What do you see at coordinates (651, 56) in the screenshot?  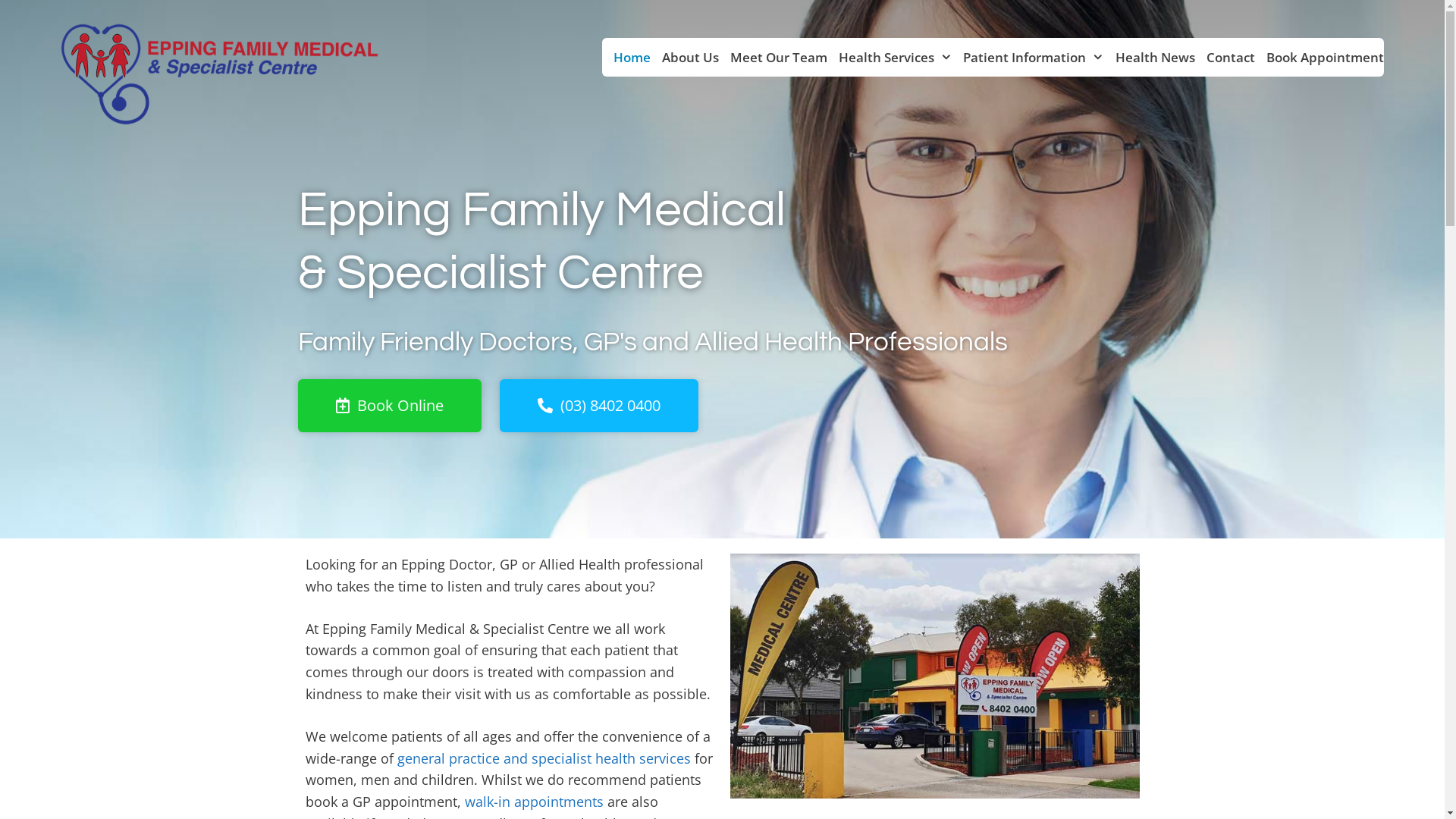 I see `'About Us'` at bounding box center [651, 56].